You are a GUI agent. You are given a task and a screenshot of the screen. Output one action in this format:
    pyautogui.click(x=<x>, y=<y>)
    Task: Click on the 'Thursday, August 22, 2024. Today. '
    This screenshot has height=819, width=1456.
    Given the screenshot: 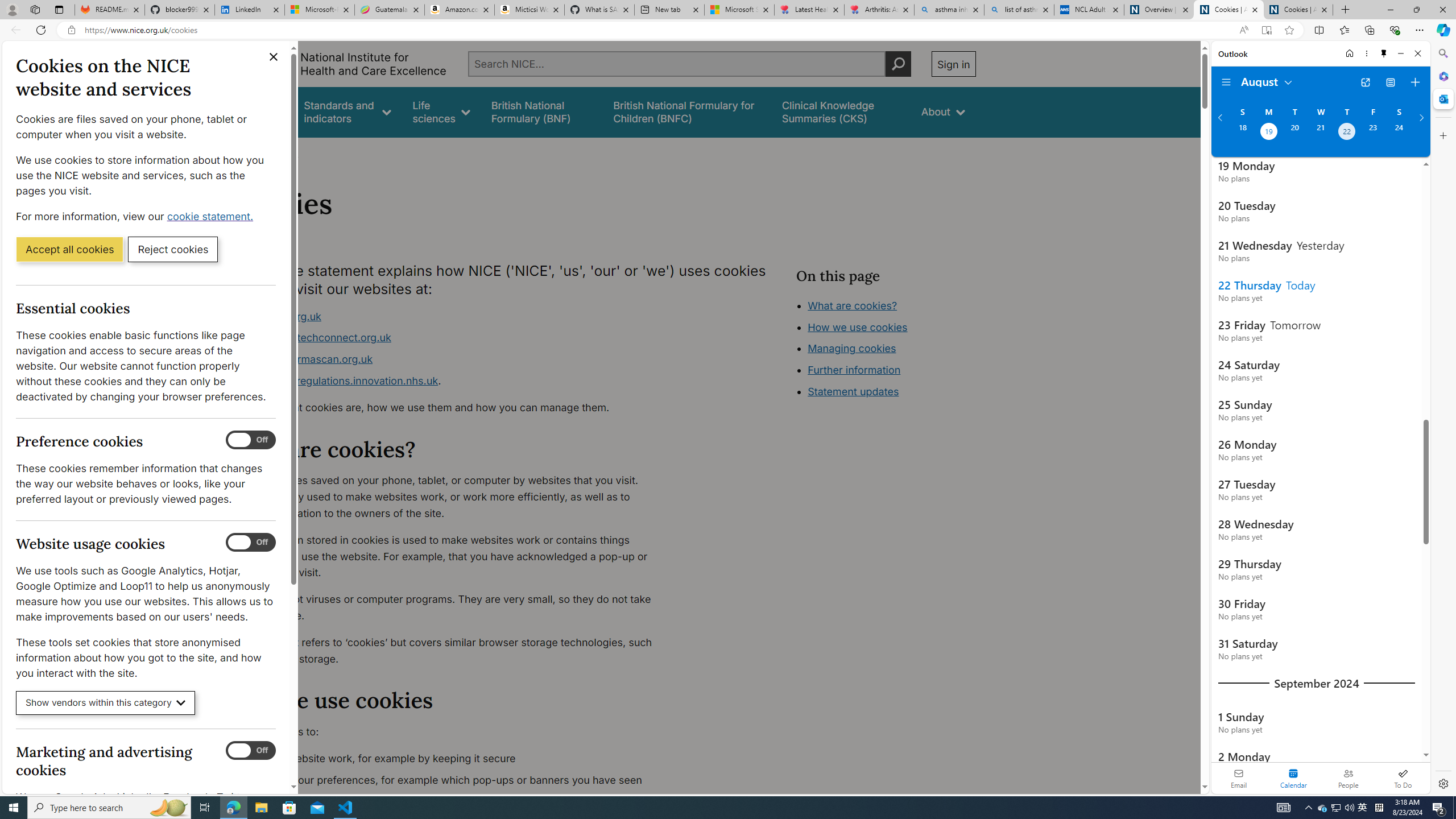 What is the action you would take?
    pyautogui.click(x=1347, y=133)
    